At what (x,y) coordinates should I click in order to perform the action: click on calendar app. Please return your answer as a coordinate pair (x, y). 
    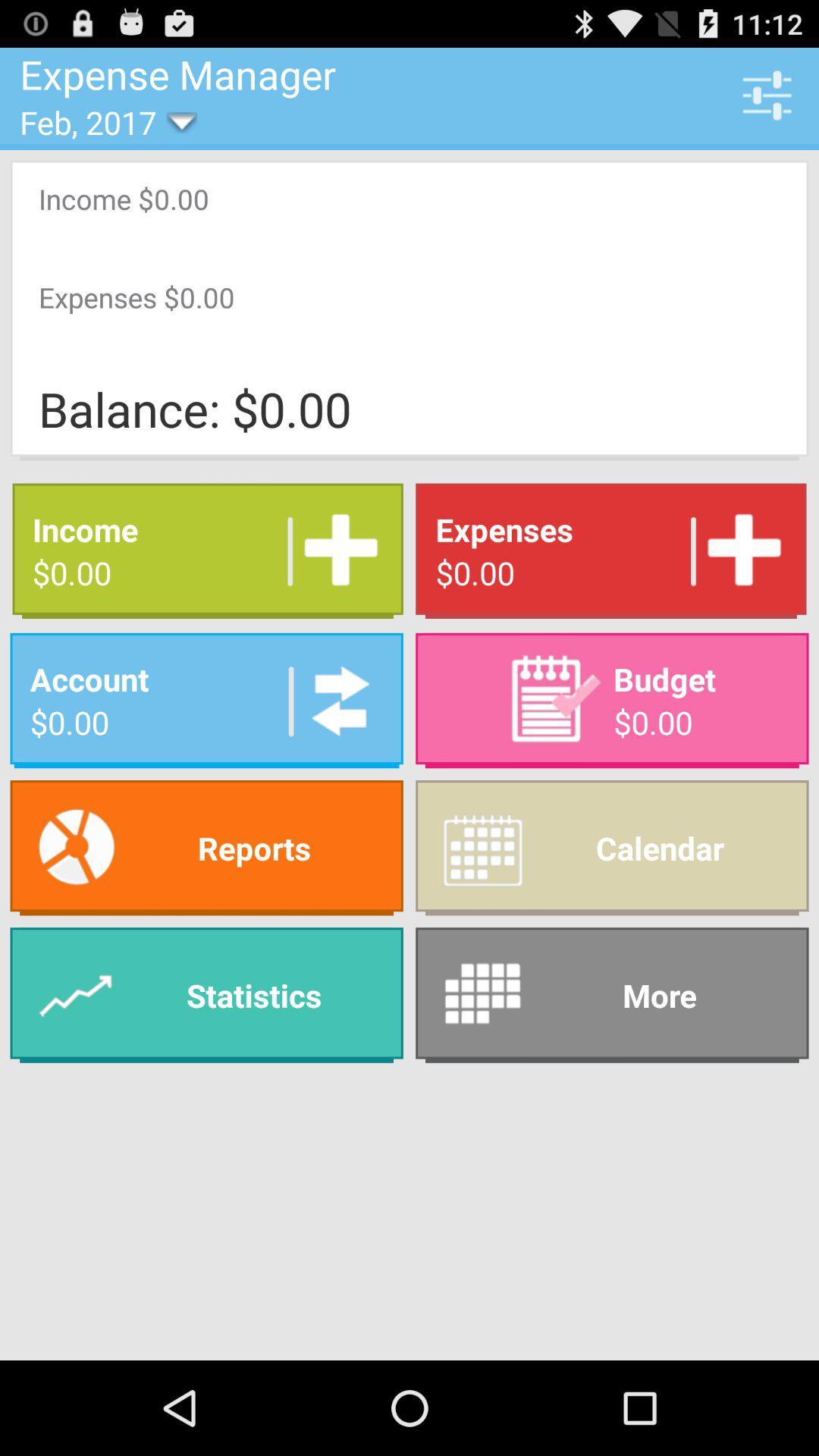
    Looking at the image, I should click on (611, 847).